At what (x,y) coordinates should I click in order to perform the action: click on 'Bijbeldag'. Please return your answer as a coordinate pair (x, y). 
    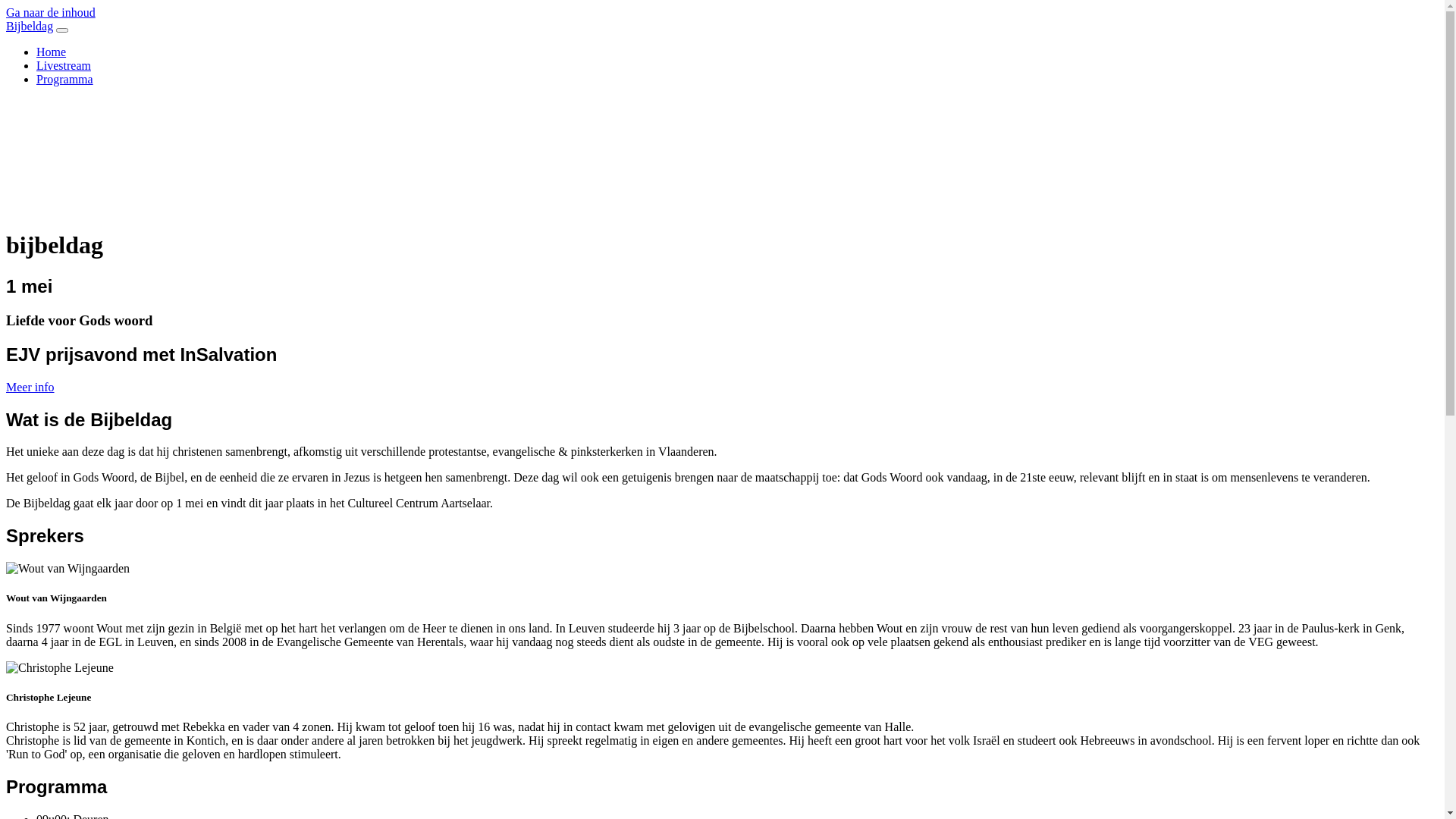
    Looking at the image, I should click on (29, 26).